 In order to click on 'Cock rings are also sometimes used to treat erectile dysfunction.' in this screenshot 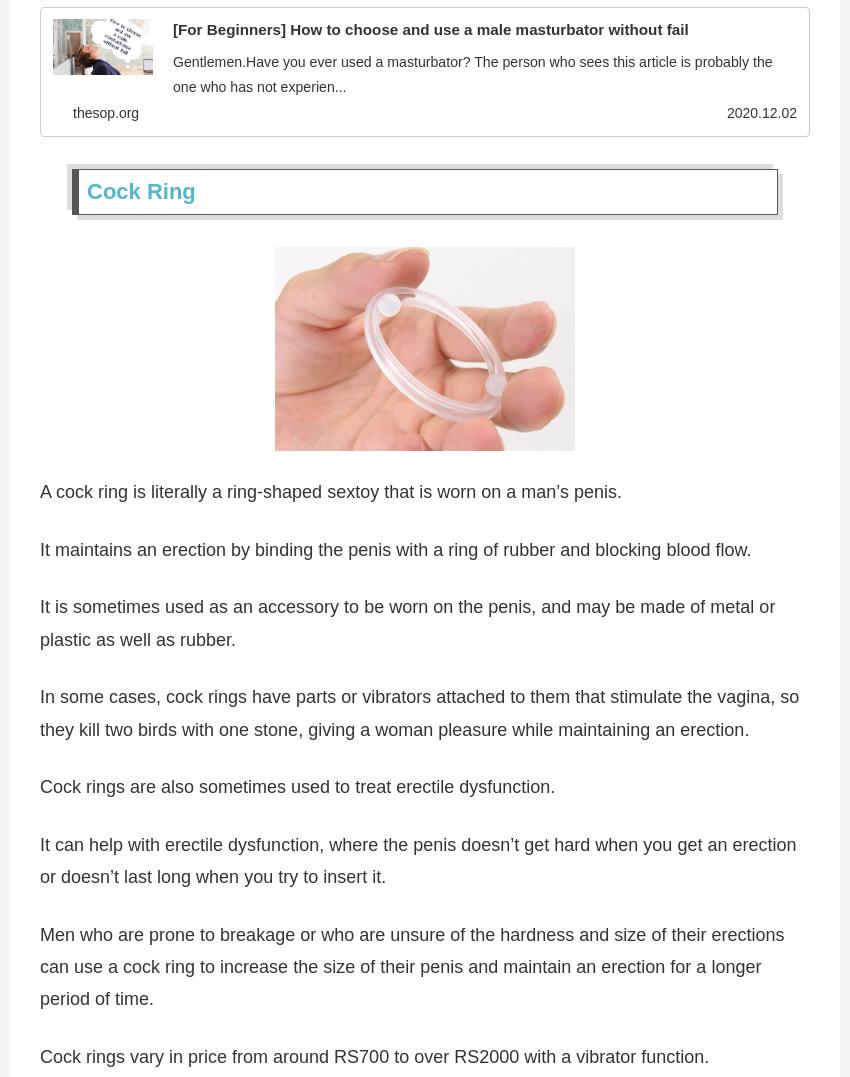, I will do `click(296, 789)`.